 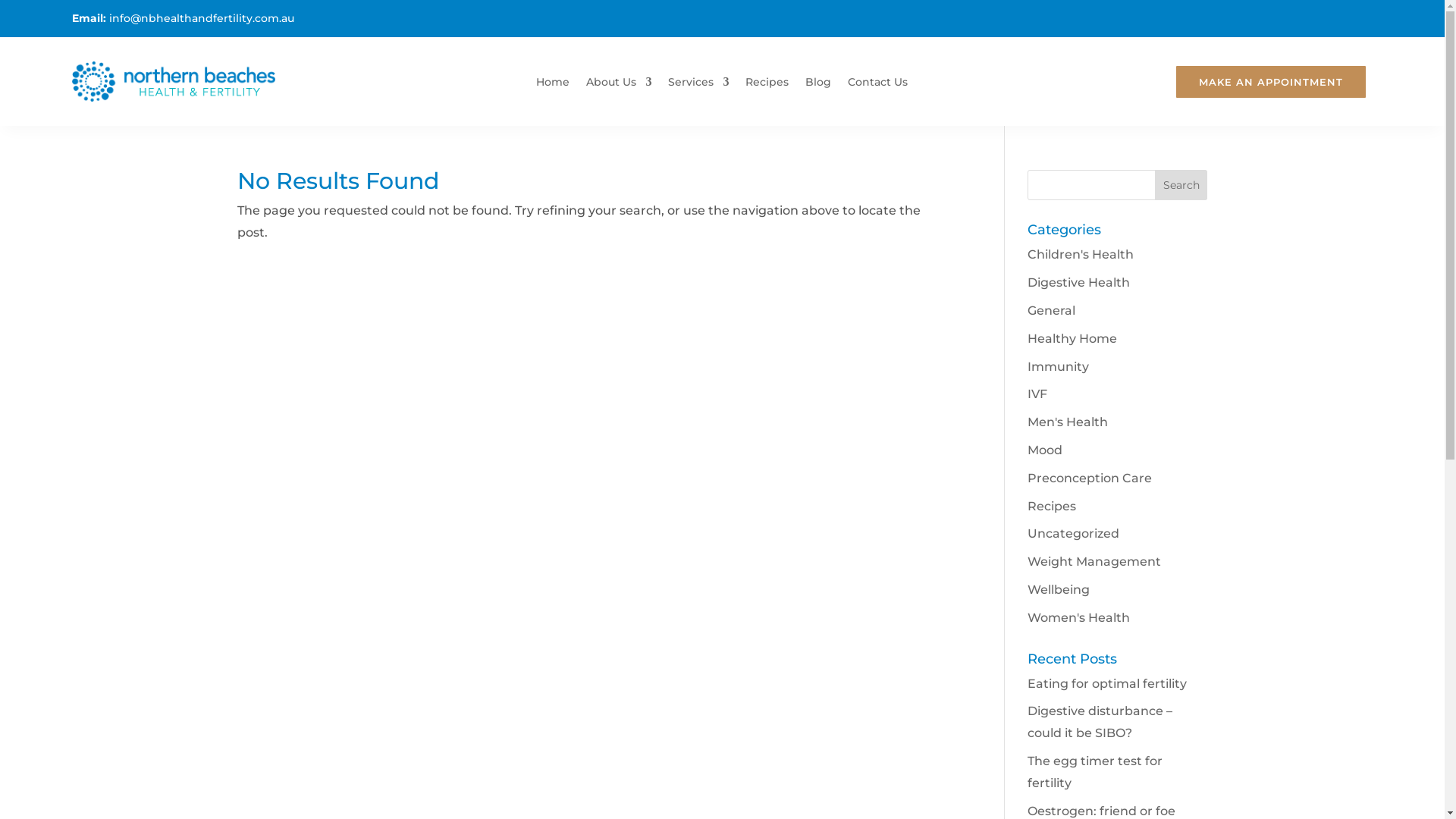 I want to click on 'Healthy Home', so click(x=1072, y=337).